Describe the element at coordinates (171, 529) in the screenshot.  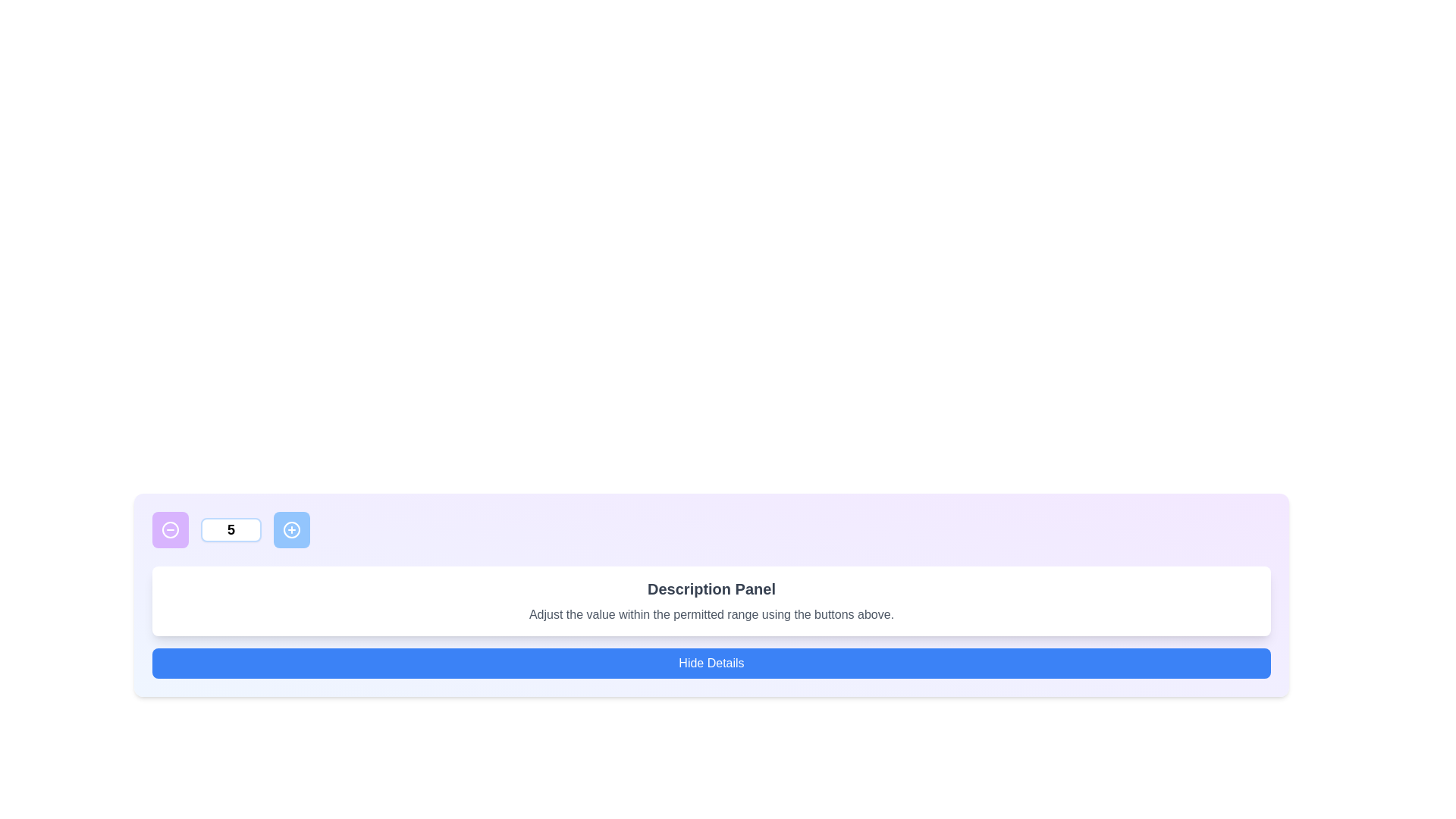
I see `the button on the leftmost side that decreases a numerical value, located next to an input field showing '5'` at that location.